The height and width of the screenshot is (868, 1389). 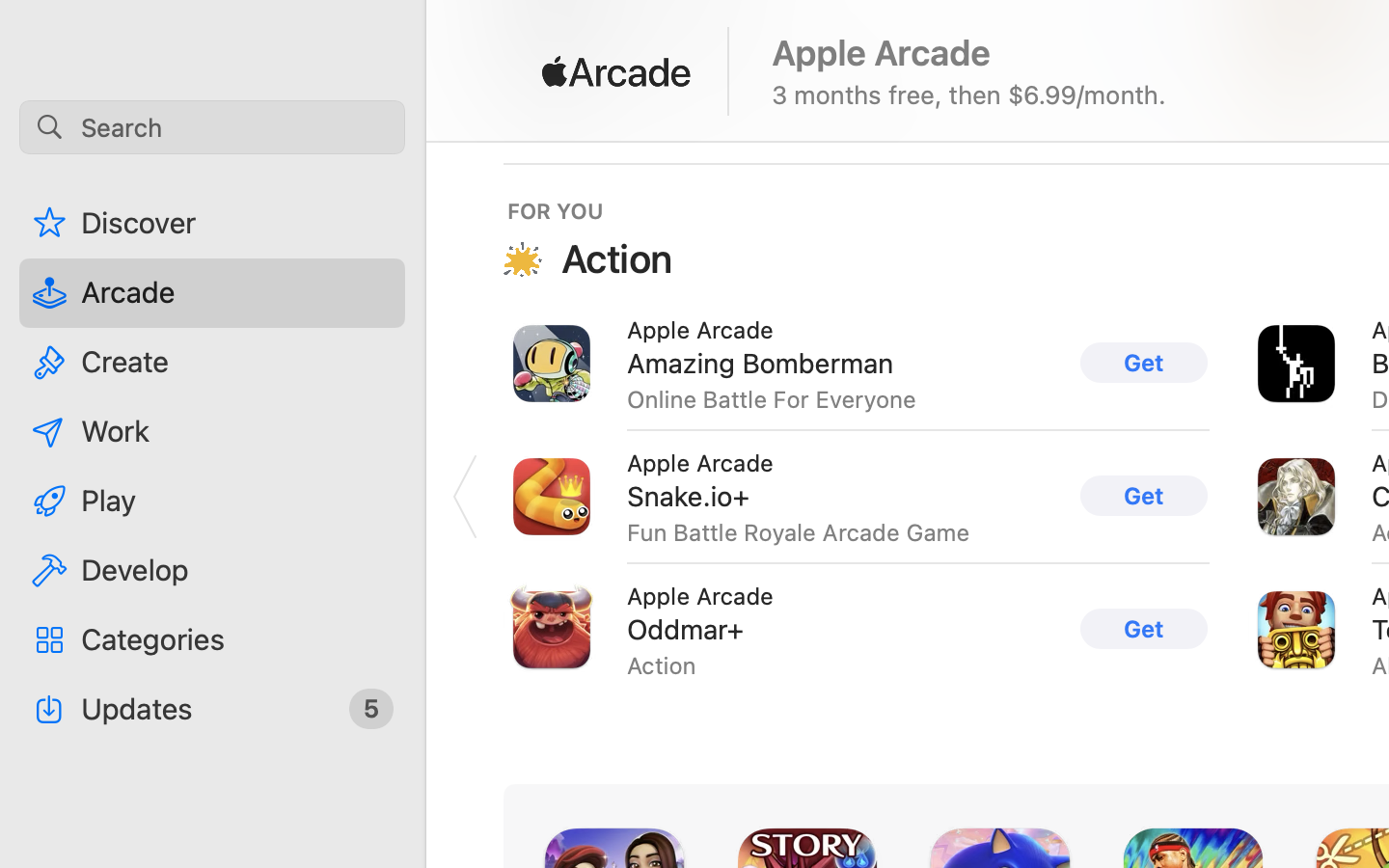 I want to click on '3 months free, then $6.99/month.', so click(x=967, y=94).